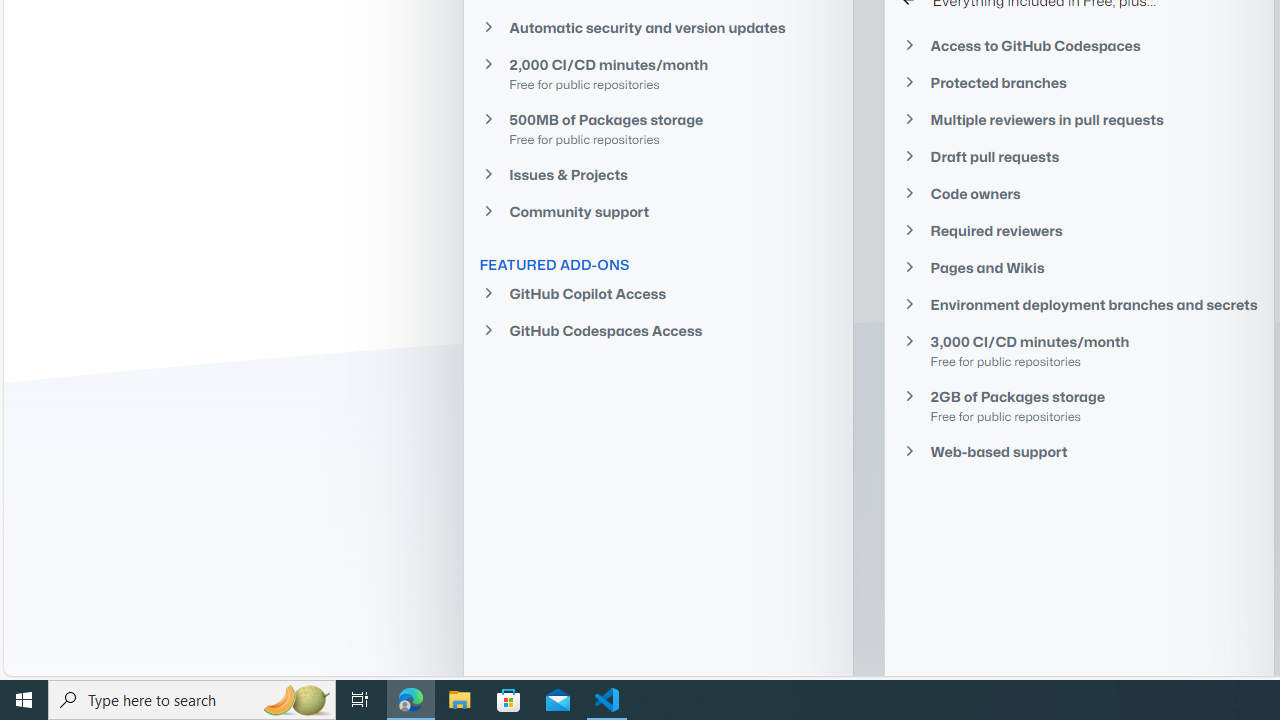 The width and height of the screenshot is (1280, 720). I want to click on 'GitHub Codespaces Access', so click(657, 329).